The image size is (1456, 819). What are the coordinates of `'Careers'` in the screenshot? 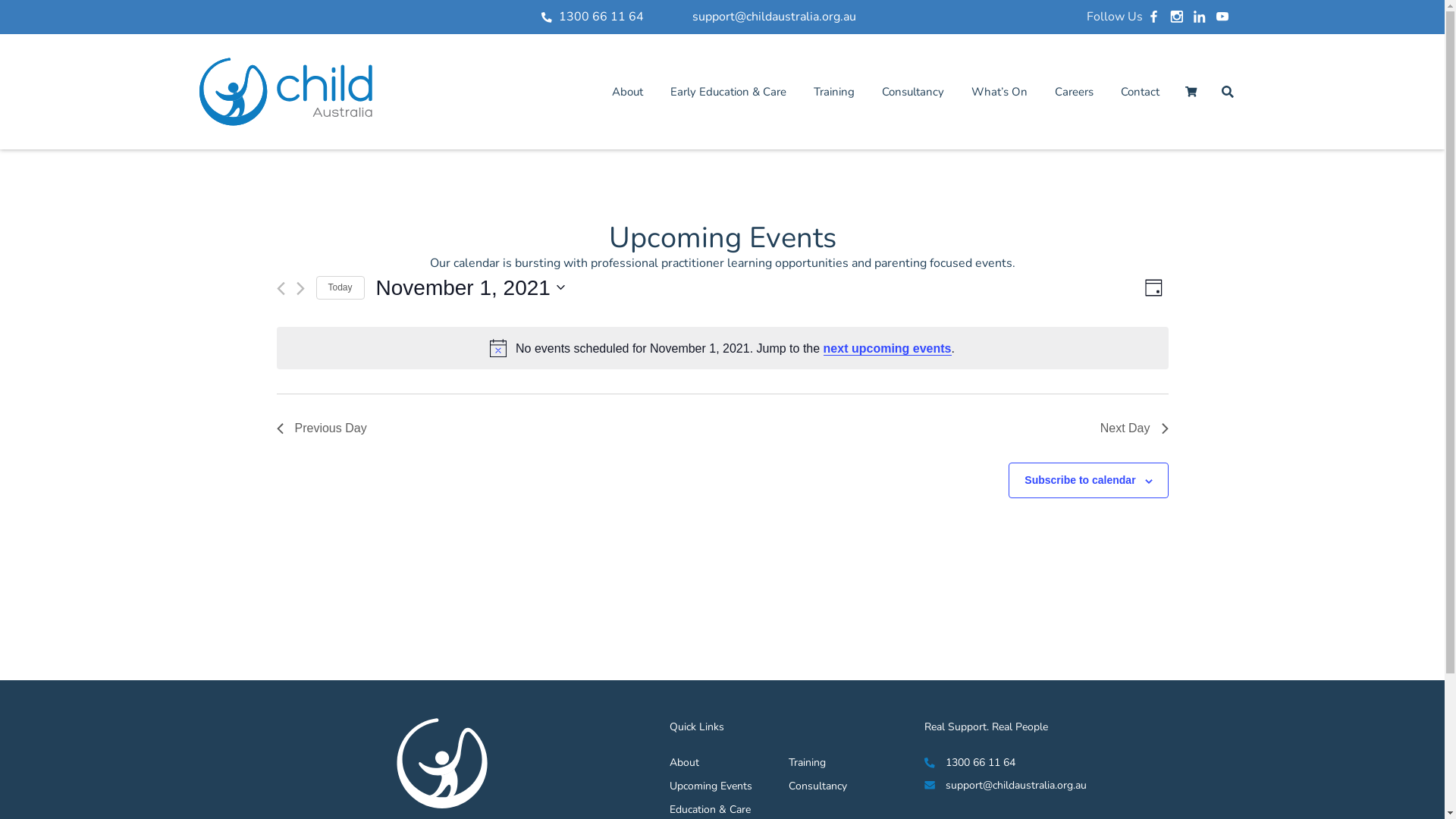 It's located at (1072, 91).